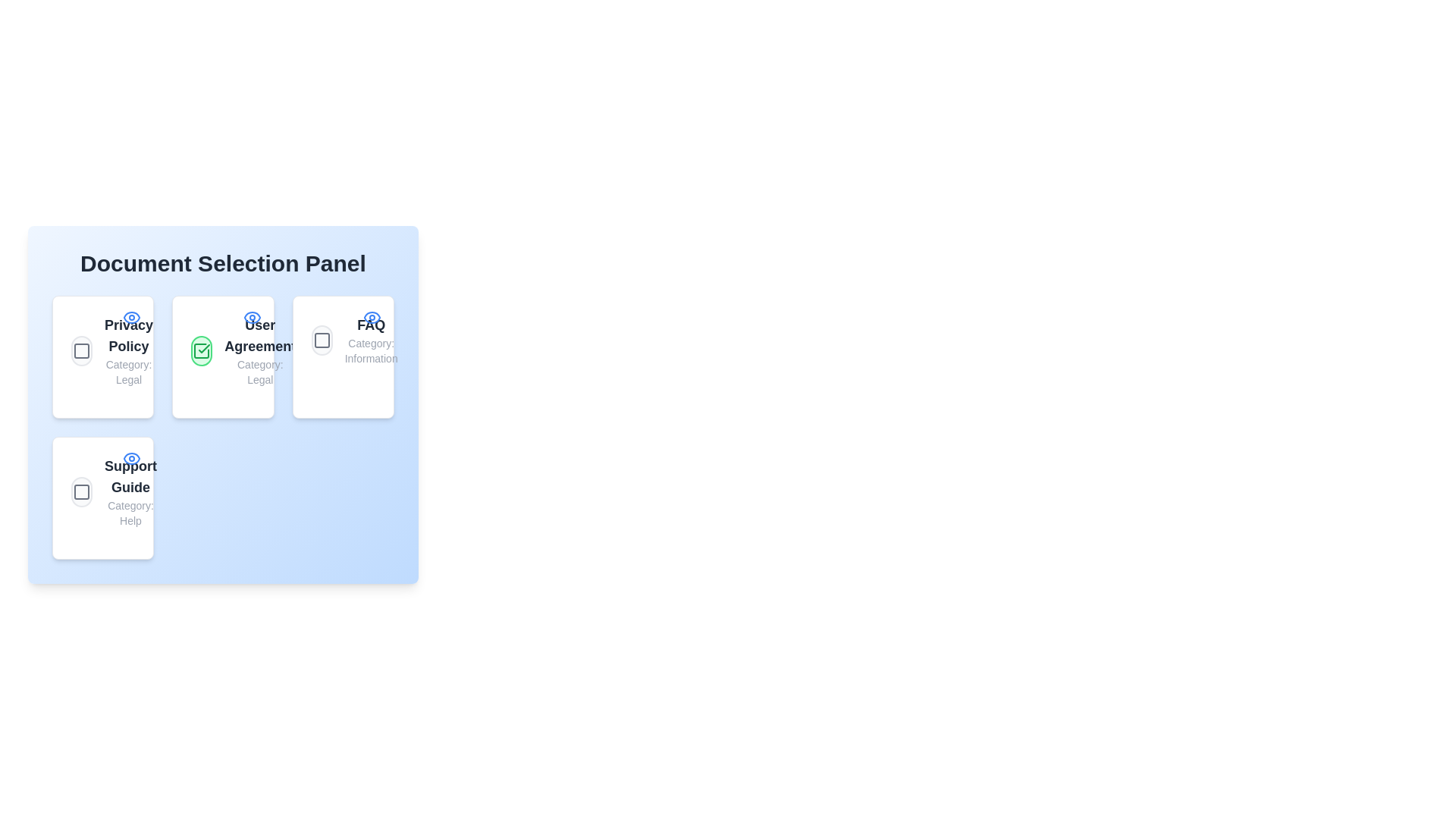  What do you see at coordinates (371, 317) in the screenshot?
I see `the 'Eye' icon of the FAQ document to view its details` at bounding box center [371, 317].